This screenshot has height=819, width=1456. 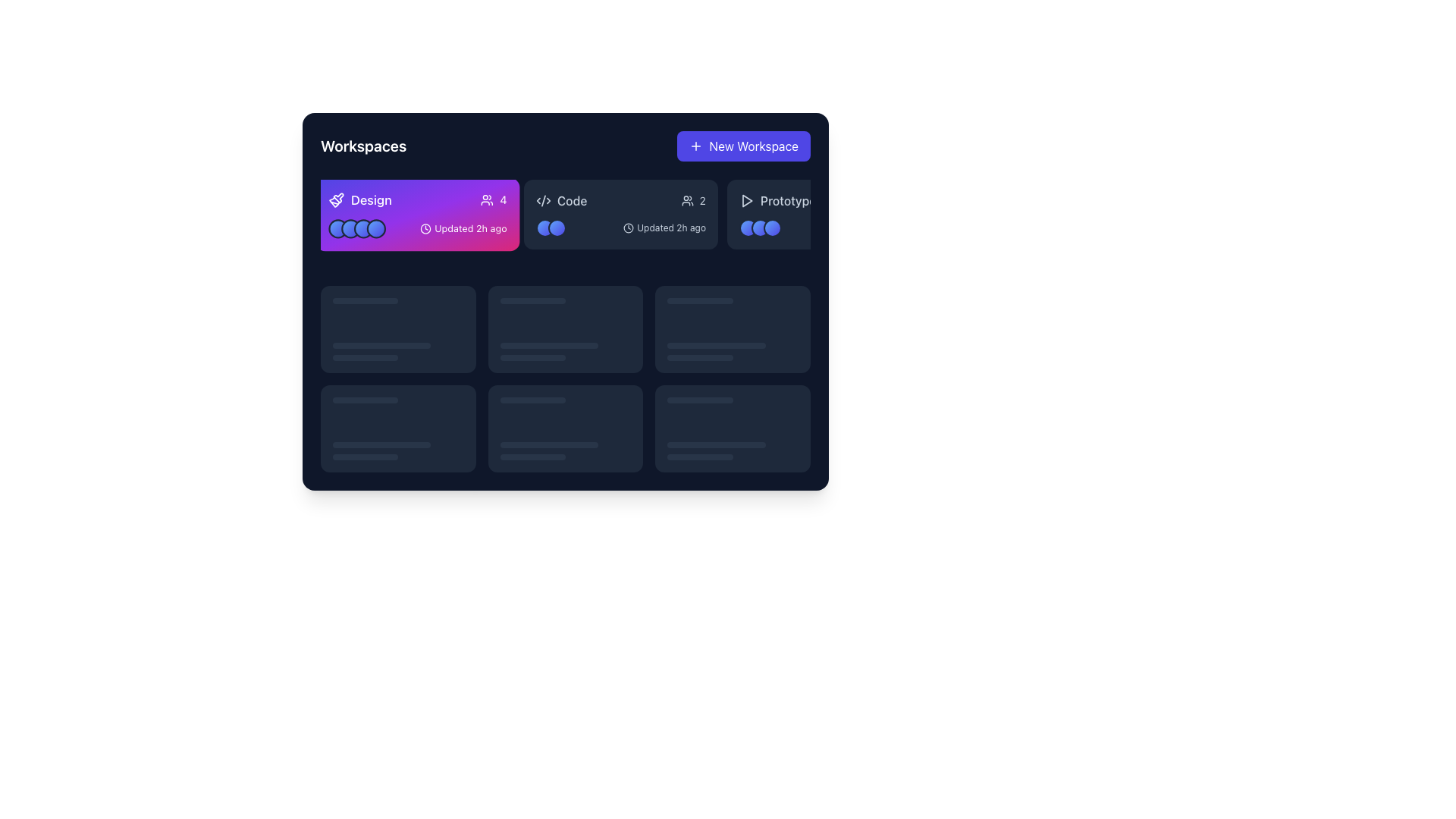 I want to click on the user-related functionality icon located in the second card labeled 'Code' in the top row of the workspace grid, so click(x=686, y=200).